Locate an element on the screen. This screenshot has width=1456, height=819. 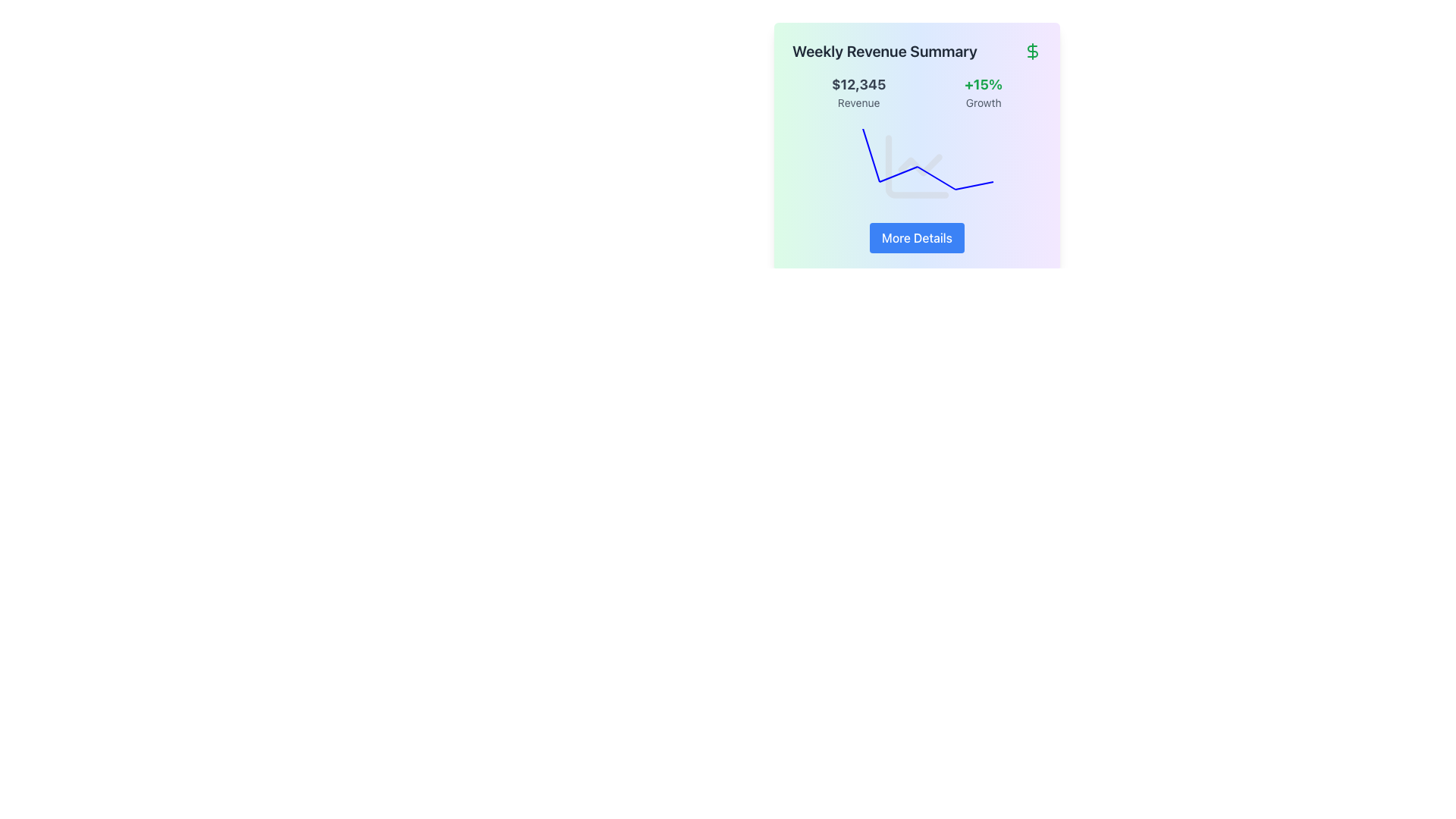
the Text Display element that shows a growth percentage of '+15%' in green text, followed by 'Growth' in smaller gray text, which is positioned to the right of the '$12,345 Revenue' text block is located at coordinates (984, 93).